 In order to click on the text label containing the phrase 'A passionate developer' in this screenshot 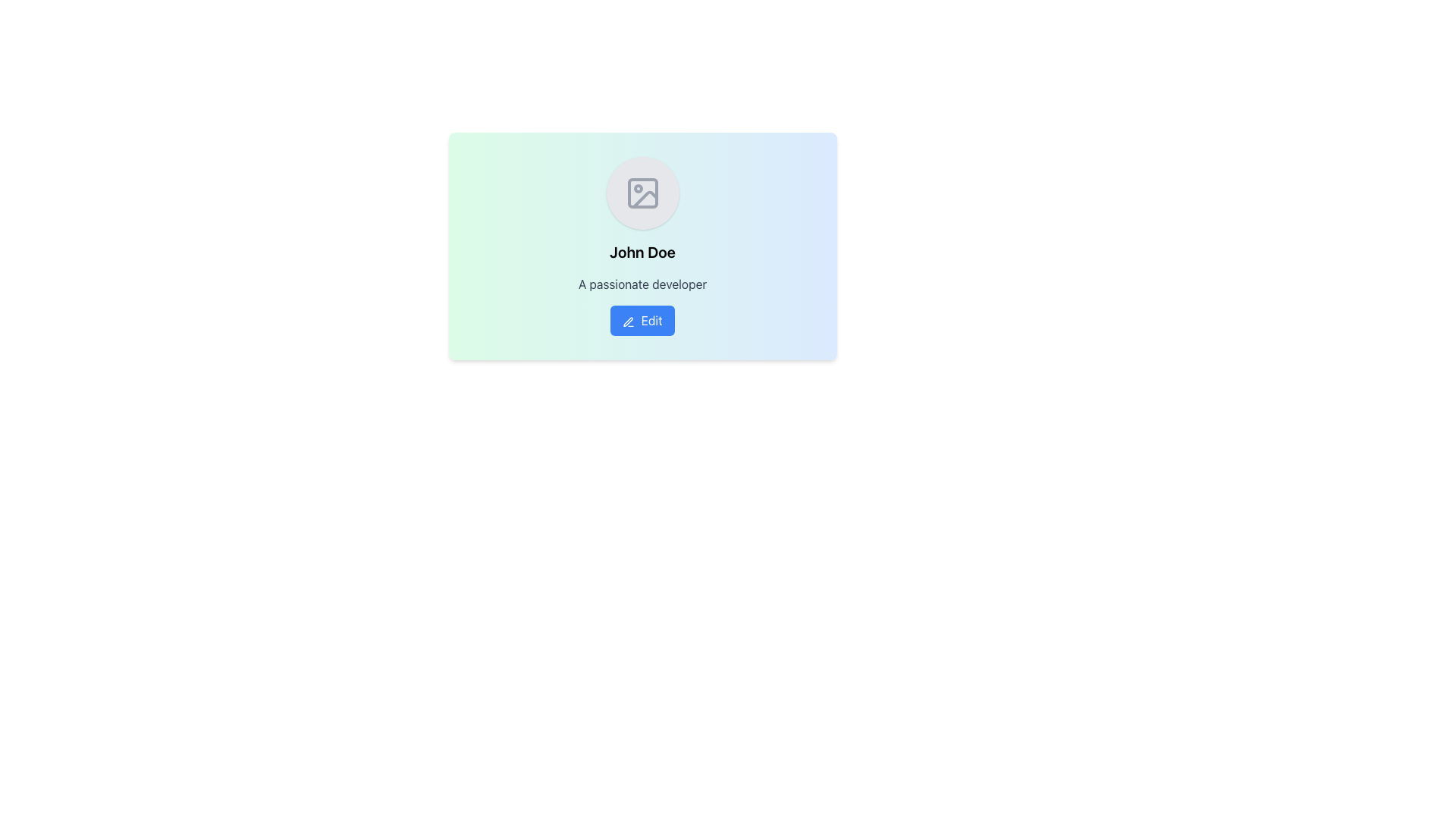, I will do `click(642, 284)`.